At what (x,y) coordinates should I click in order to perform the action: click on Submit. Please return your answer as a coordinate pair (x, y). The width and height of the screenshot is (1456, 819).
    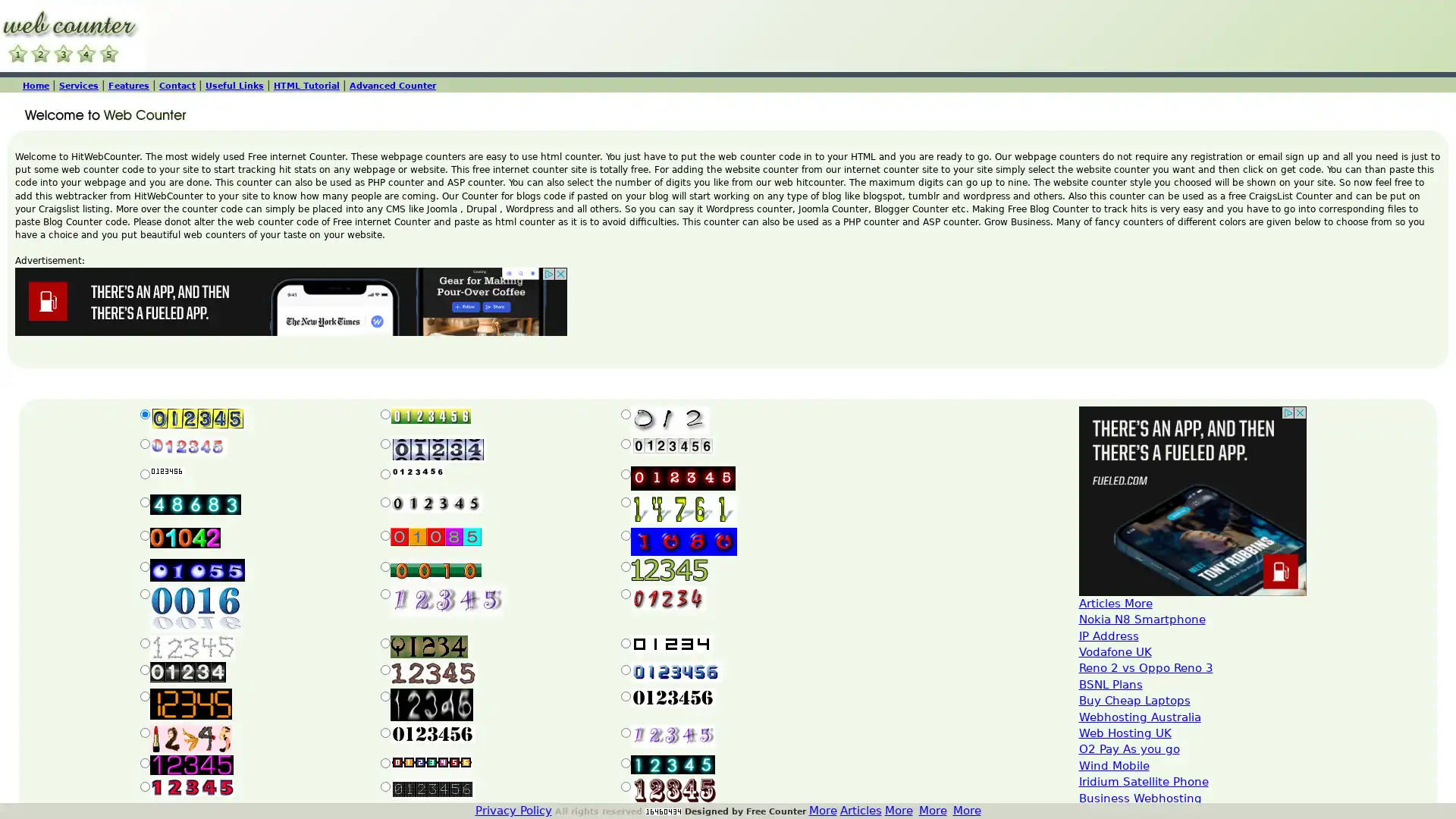
    Looking at the image, I should click on (671, 734).